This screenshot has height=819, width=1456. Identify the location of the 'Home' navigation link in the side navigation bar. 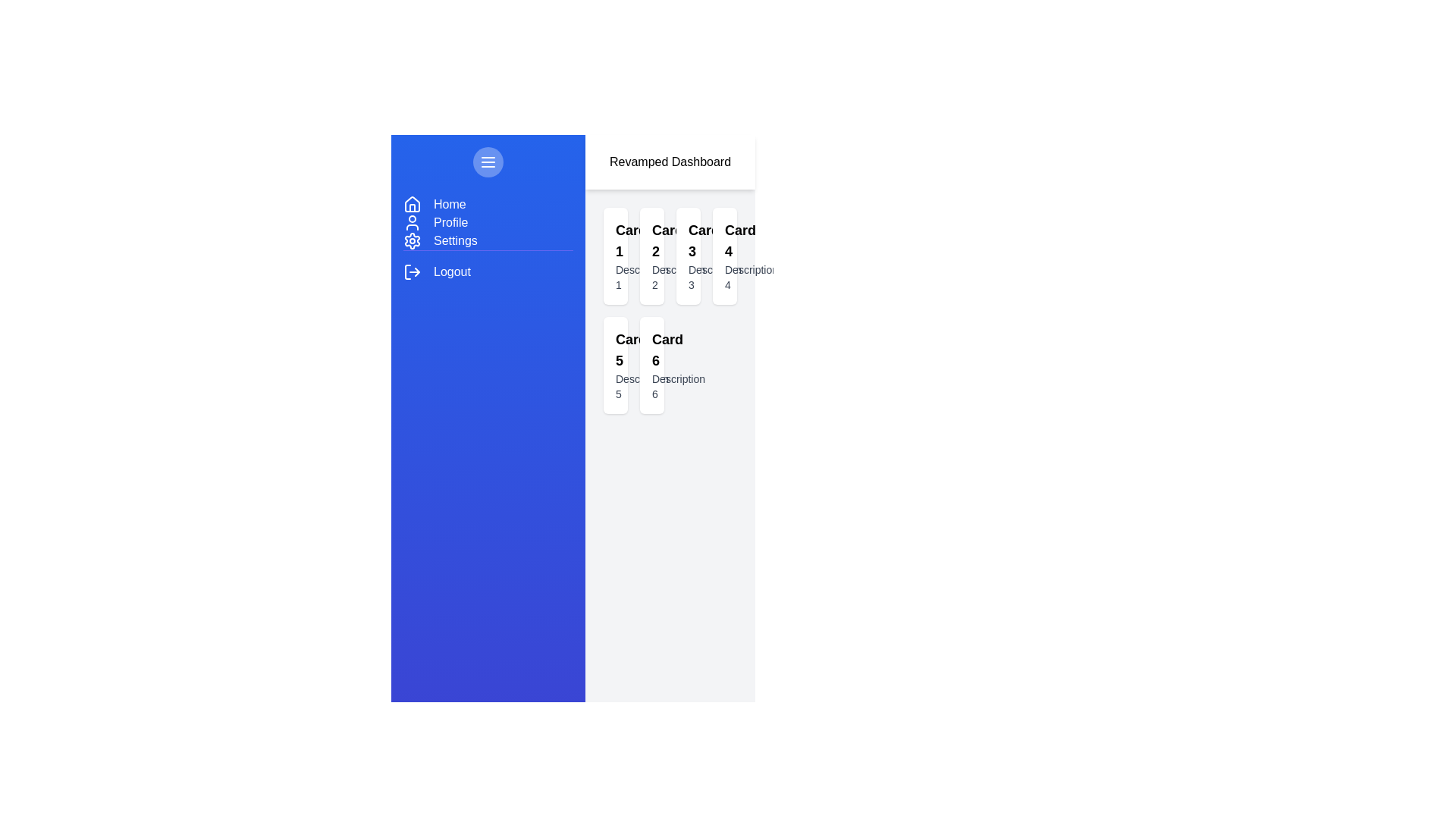
(488, 205).